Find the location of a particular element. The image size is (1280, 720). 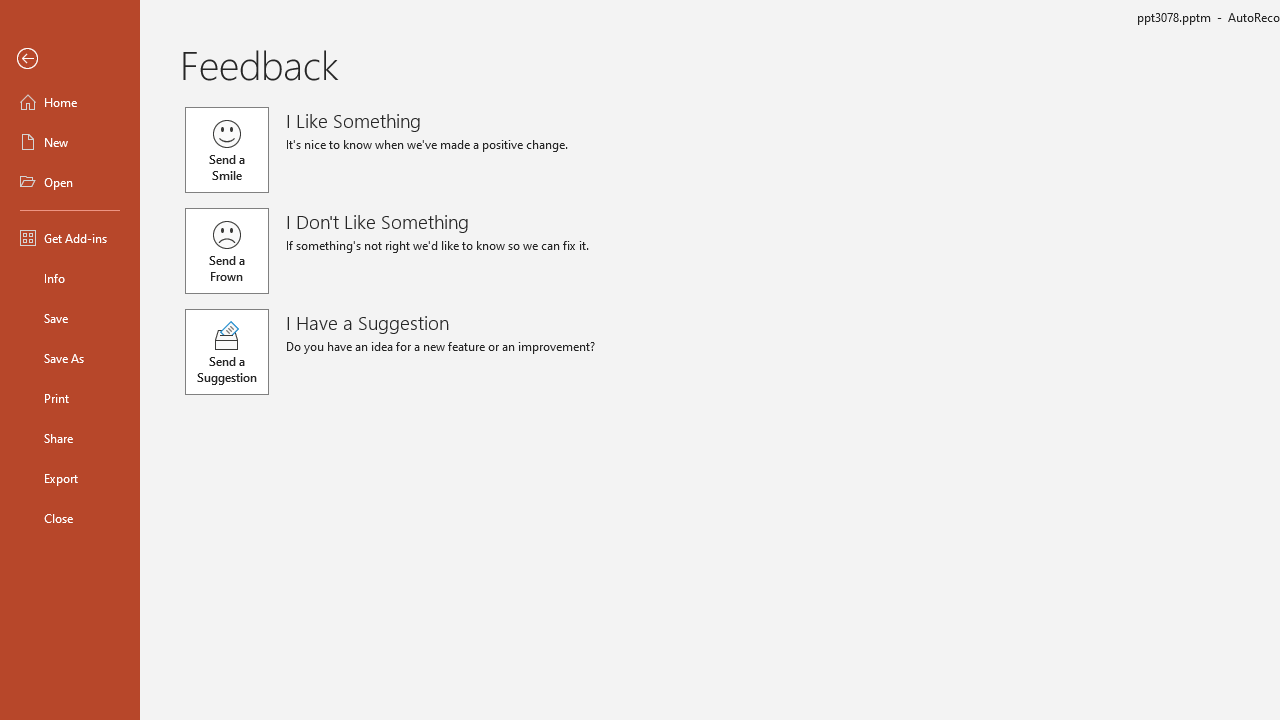

'Back' is located at coordinates (69, 58).